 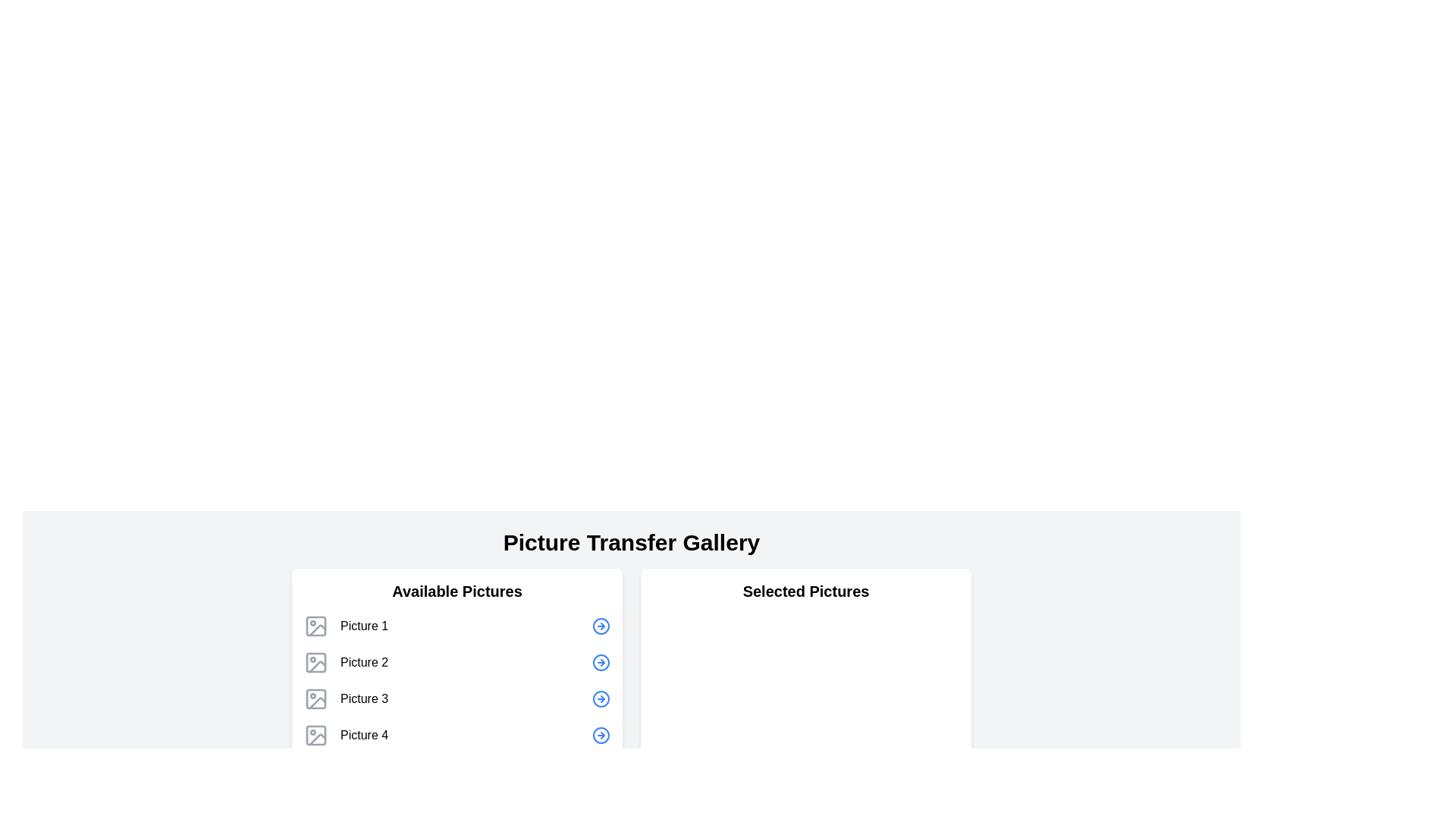 I want to click on the Graphical Background Component that serves as the background for the 'Picture 3' icon in the 'Available Pictures' column of the 'Picture Transfer Gallery' interface, so click(x=315, y=698).